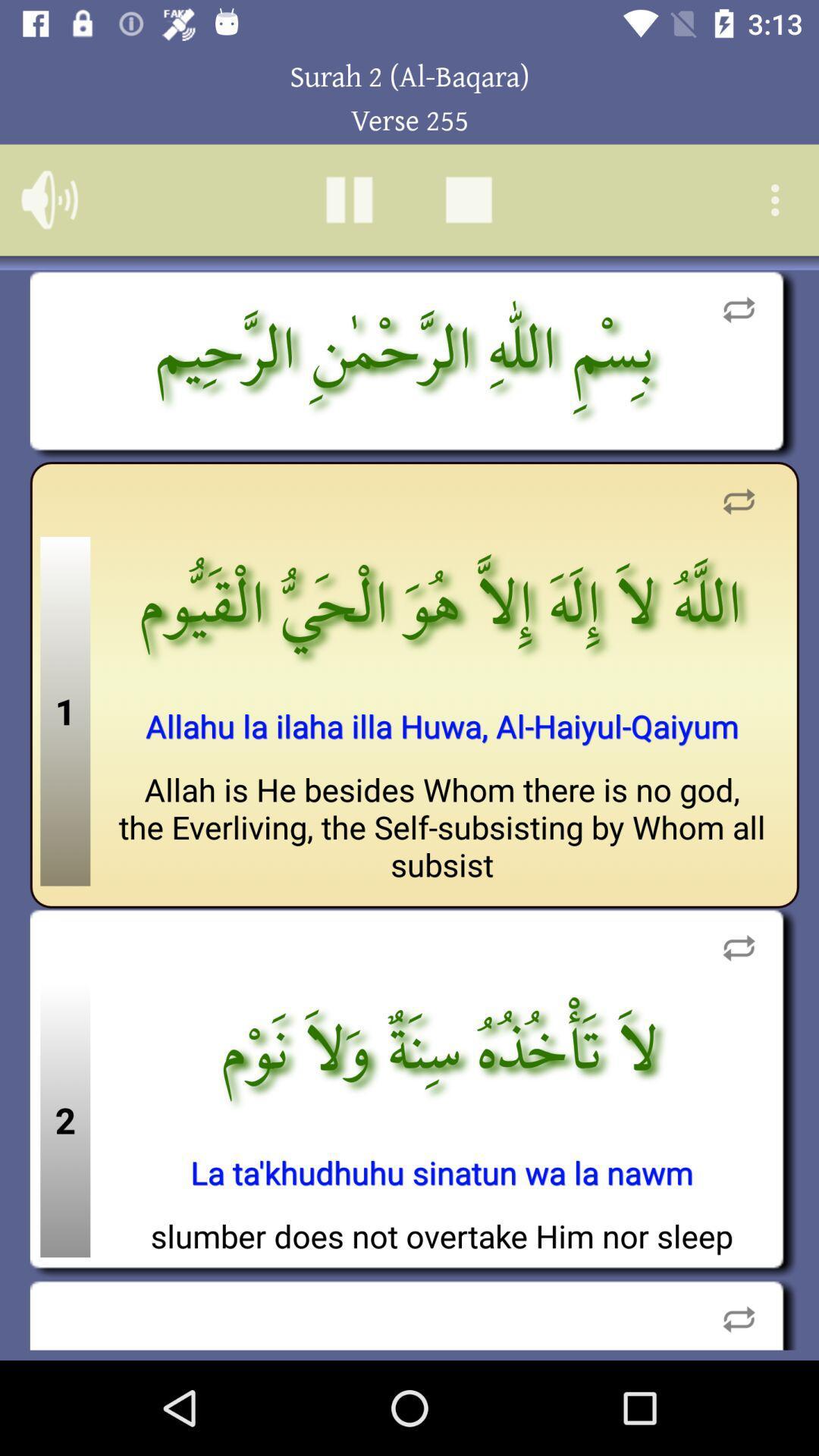 The height and width of the screenshot is (1456, 819). I want to click on replay verse, so click(738, 1313).